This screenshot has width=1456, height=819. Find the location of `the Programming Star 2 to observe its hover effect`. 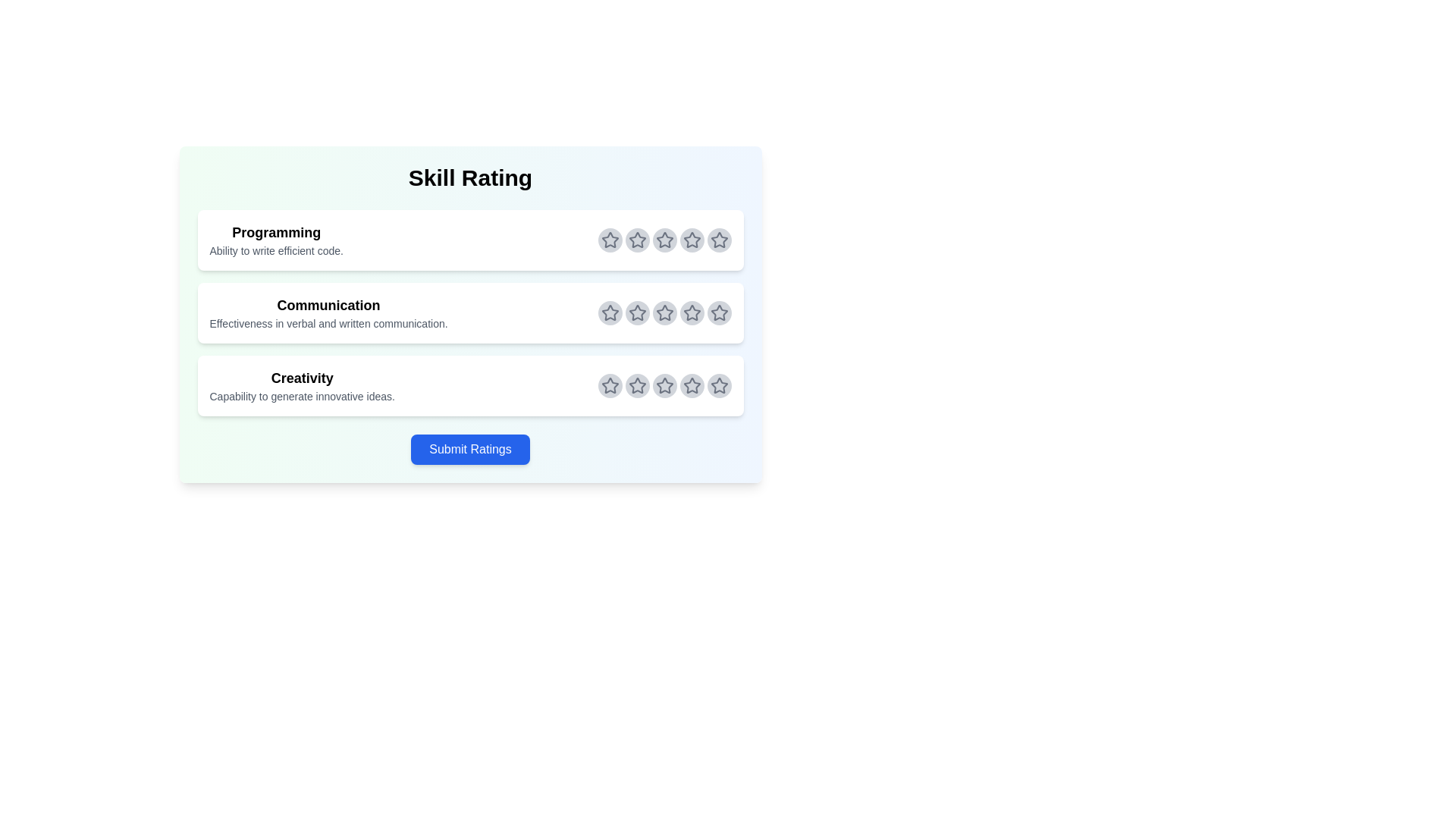

the Programming Star 2 to observe its hover effect is located at coordinates (637, 239).